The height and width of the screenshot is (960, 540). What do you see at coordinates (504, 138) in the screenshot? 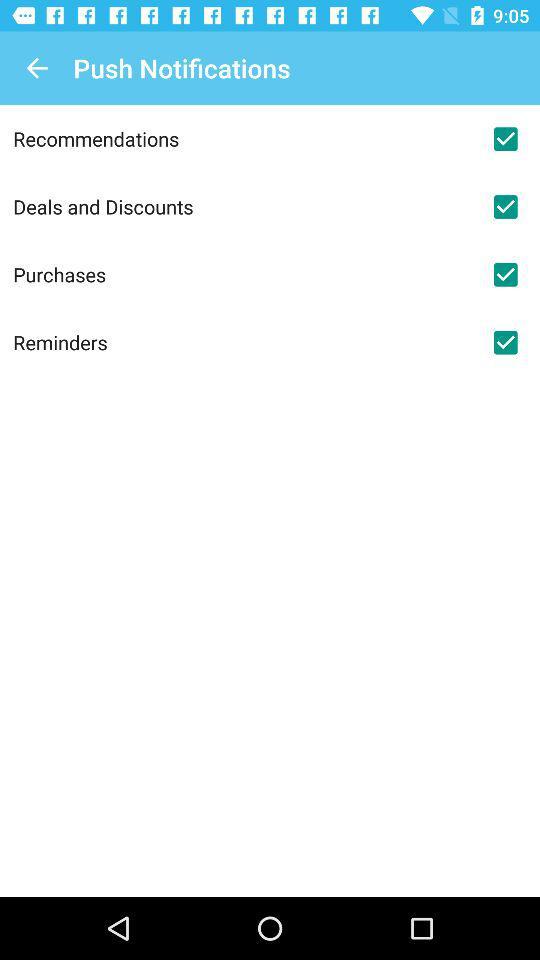
I see `off on` at bounding box center [504, 138].